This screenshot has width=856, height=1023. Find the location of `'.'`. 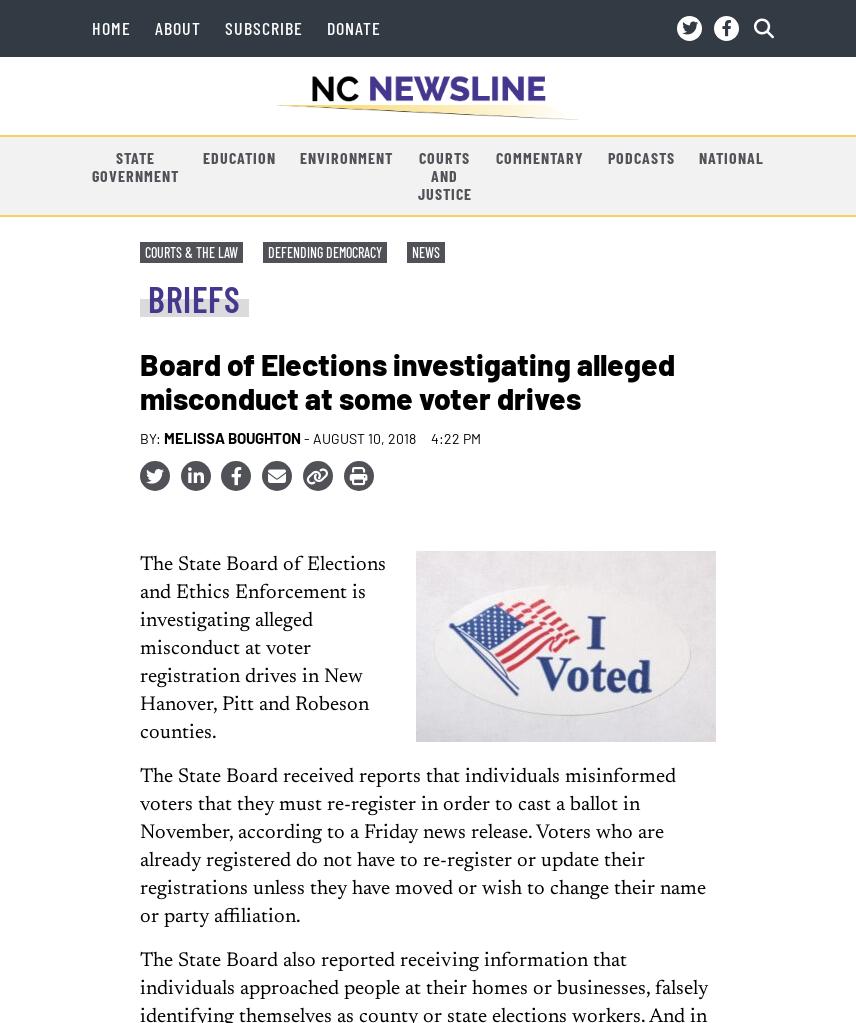

'.' is located at coordinates (379, 531).